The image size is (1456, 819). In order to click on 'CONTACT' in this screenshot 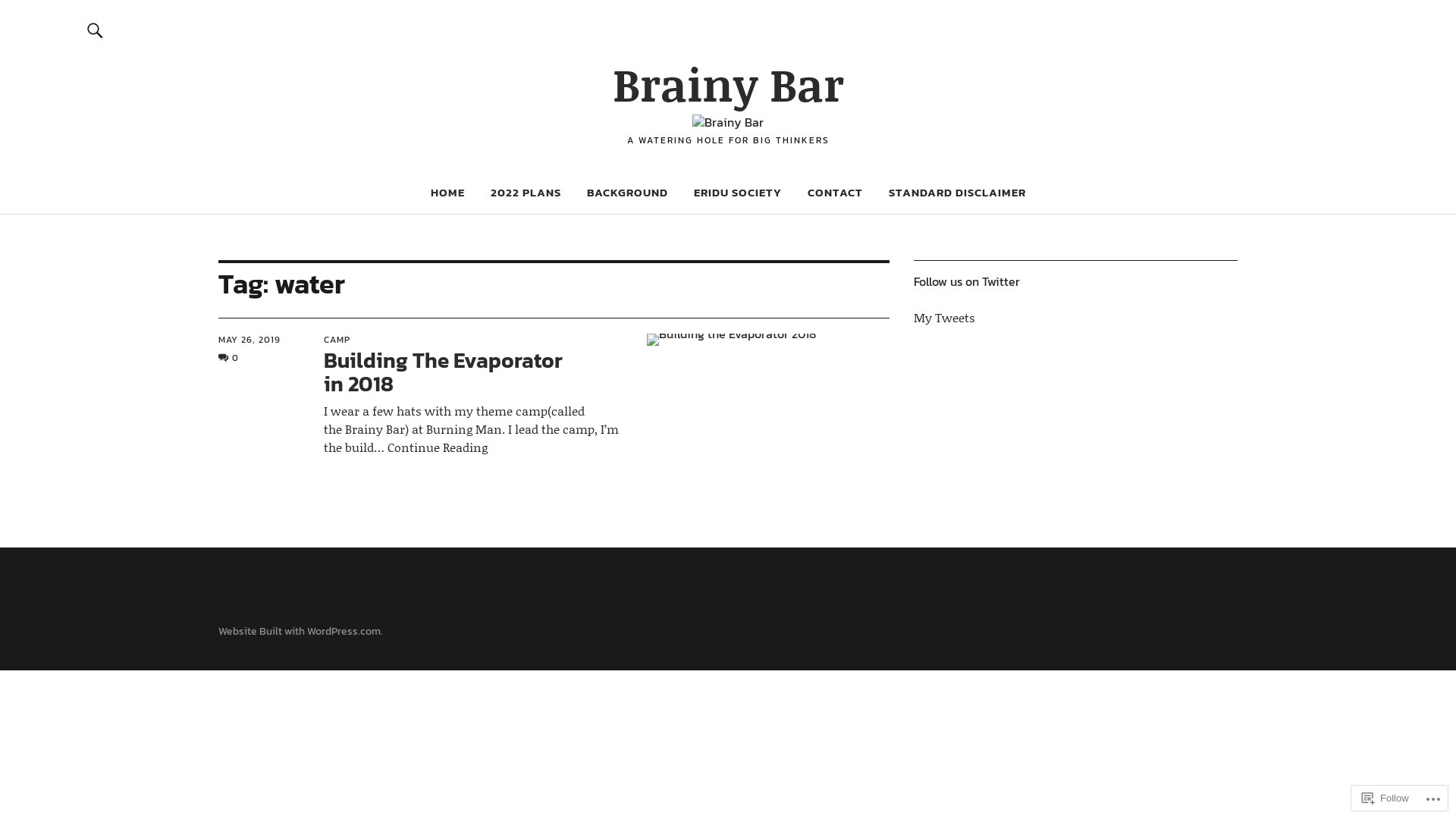, I will do `click(833, 191)`.